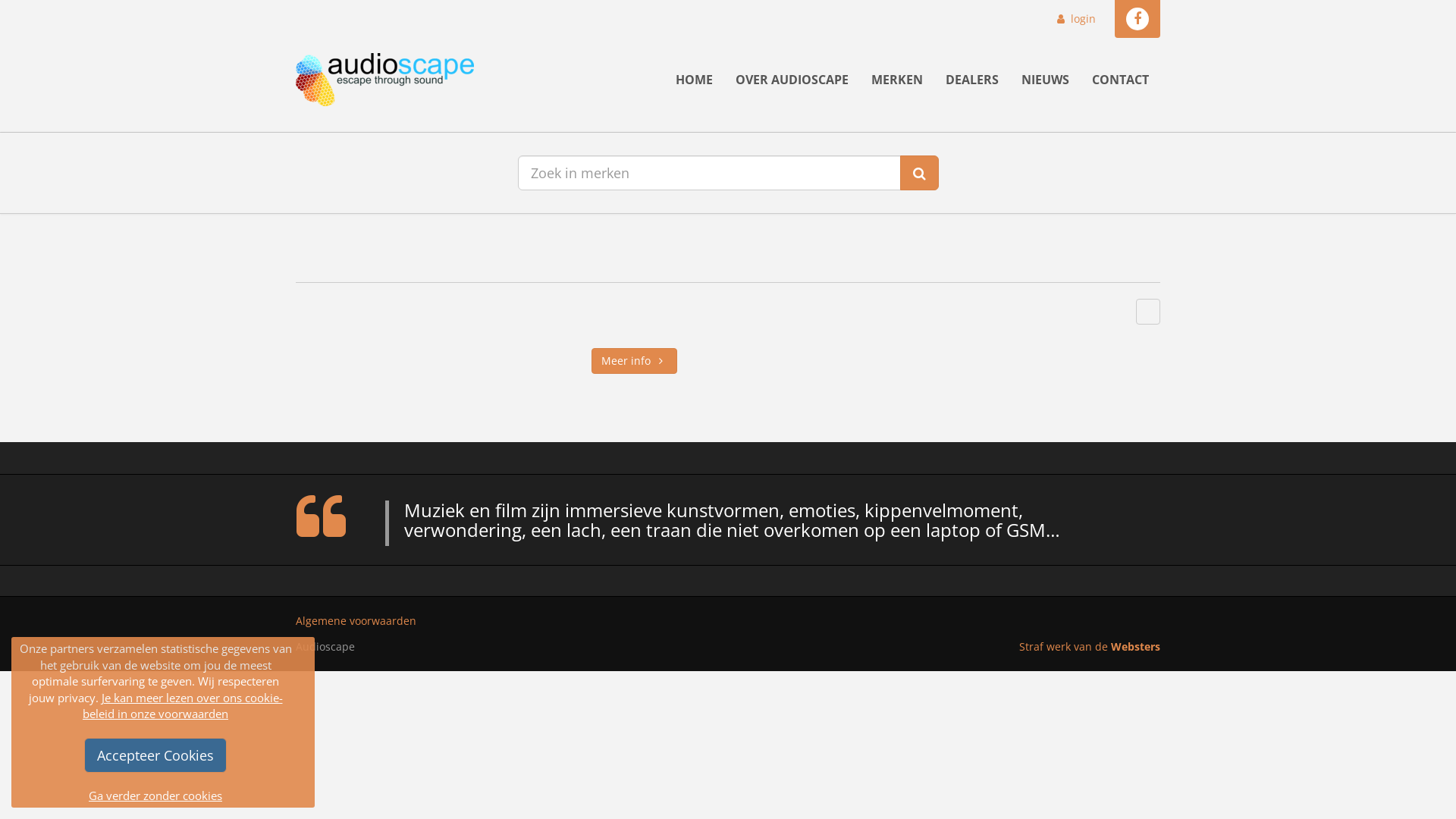  Describe the element at coordinates (1019, 646) in the screenshot. I see `'Straf werk van de Websters'` at that location.